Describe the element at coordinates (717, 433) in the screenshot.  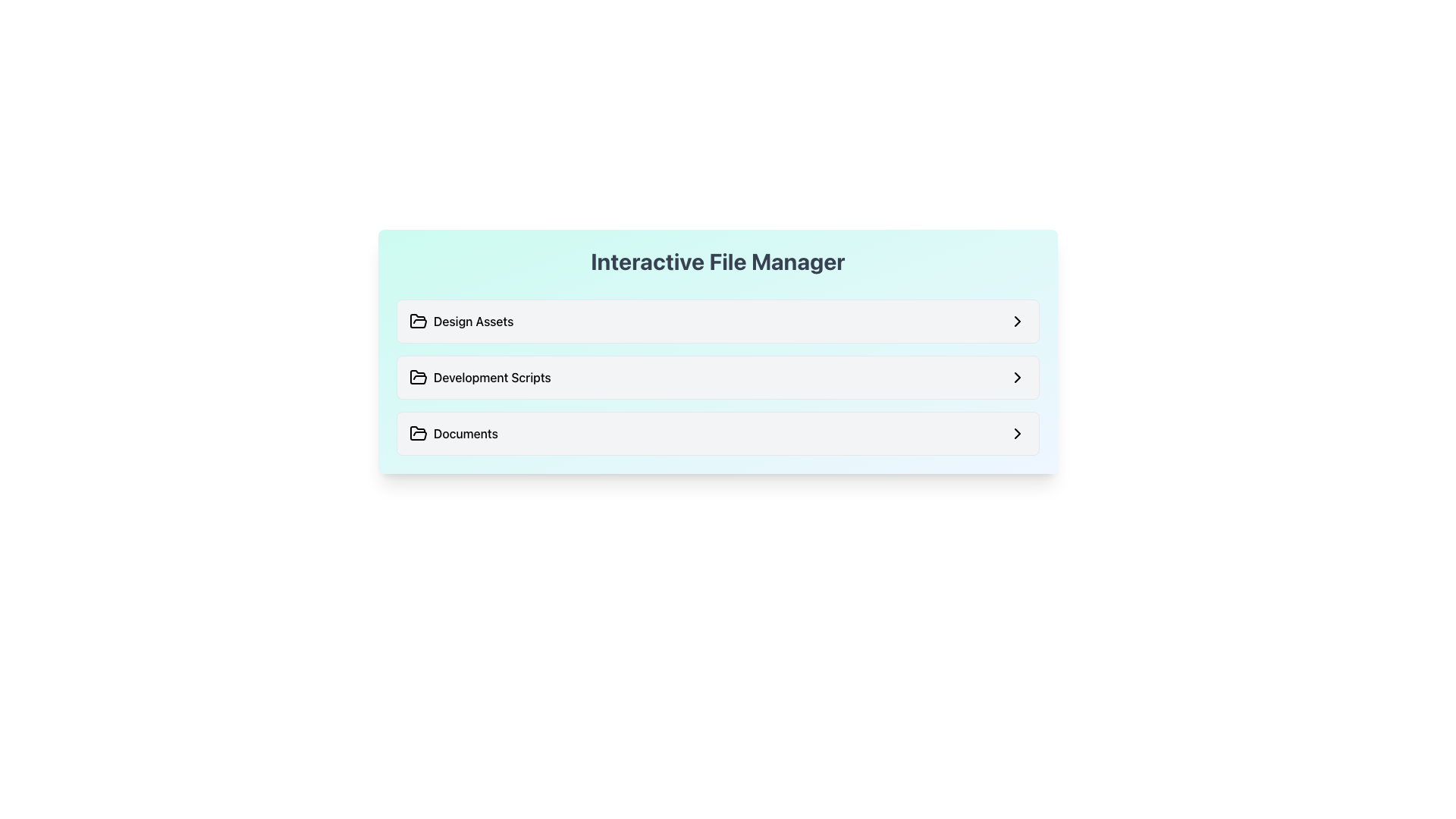
I see `the 'Documents' folder element, which is the third item in the list` at that location.